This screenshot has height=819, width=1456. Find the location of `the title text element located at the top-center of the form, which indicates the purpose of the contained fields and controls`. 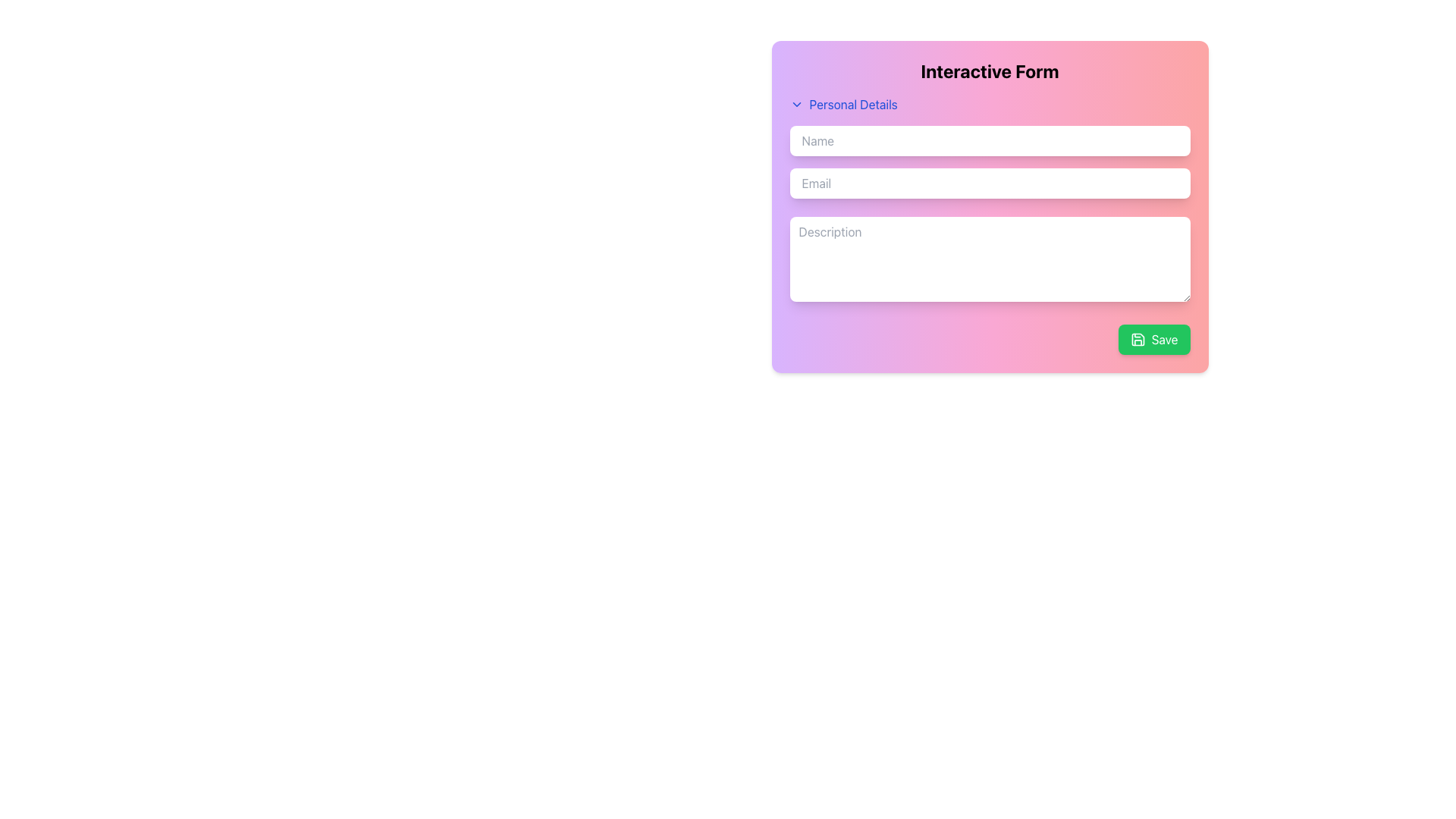

the title text element located at the top-center of the form, which indicates the purpose of the contained fields and controls is located at coordinates (990, 71).